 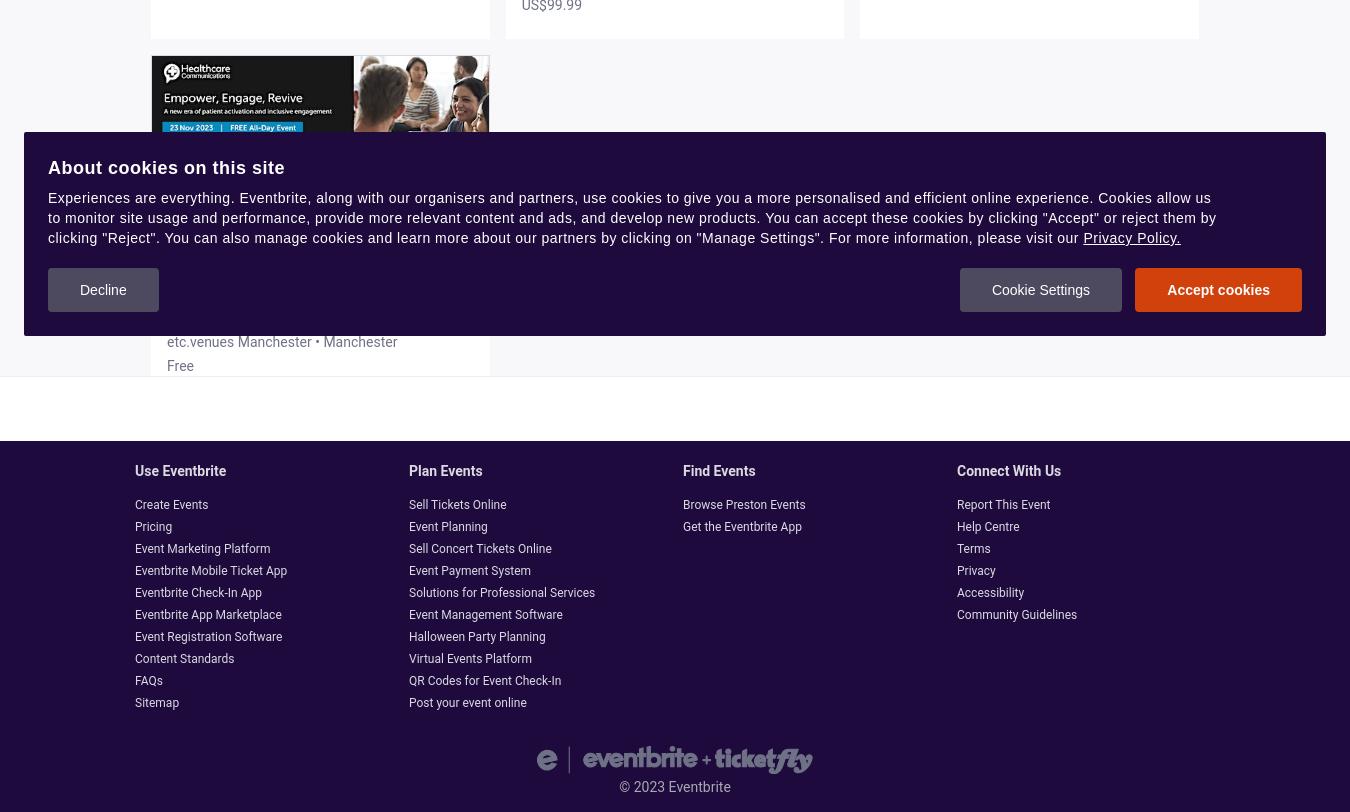 I want to click on 'Report This Event', so click(x=1002, y=504).